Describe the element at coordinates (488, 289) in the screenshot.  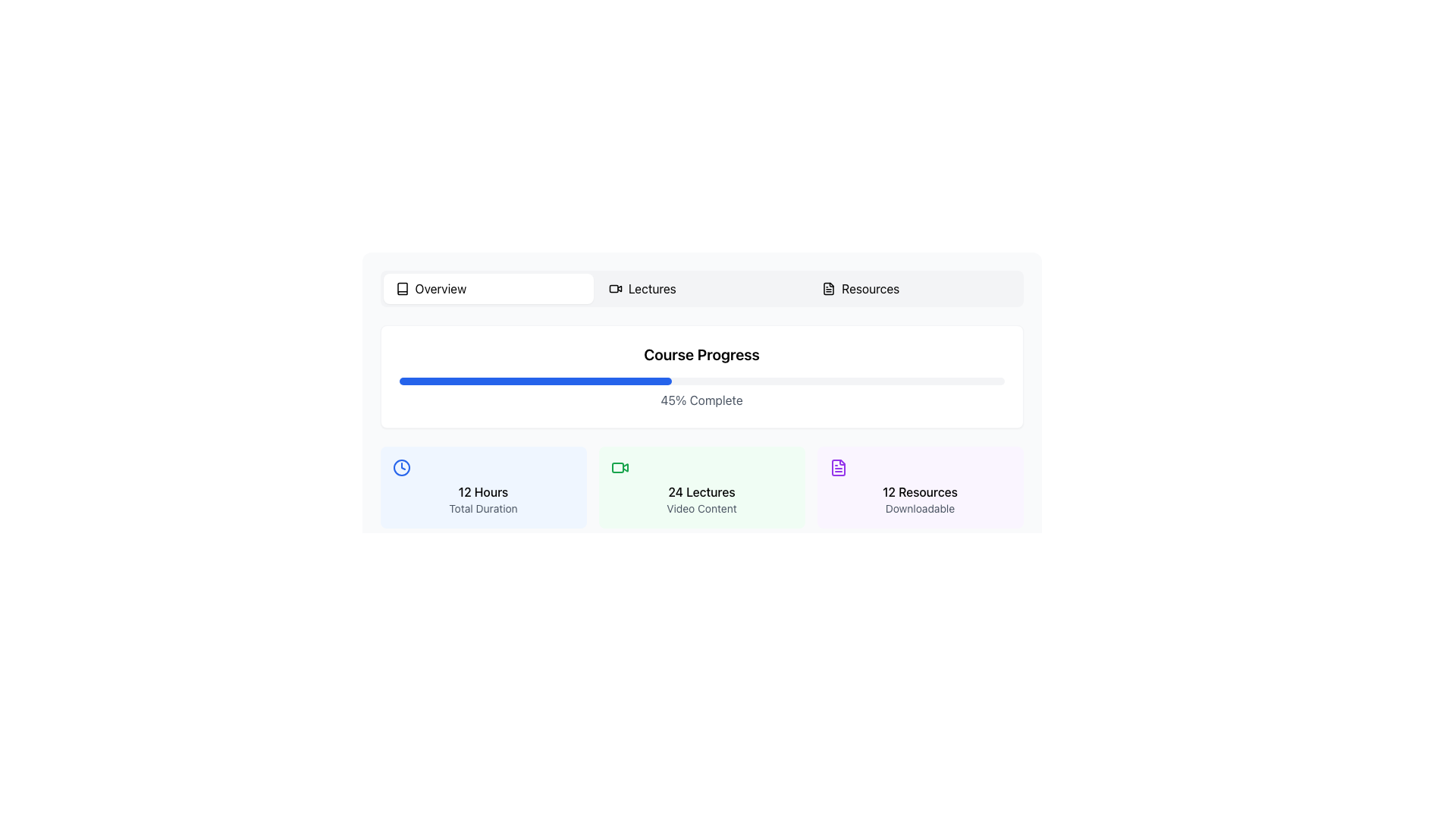
I see `the 'Overview' navigation button, which is the first clickable item in a horizontal button group at the top of the interface` at that location.